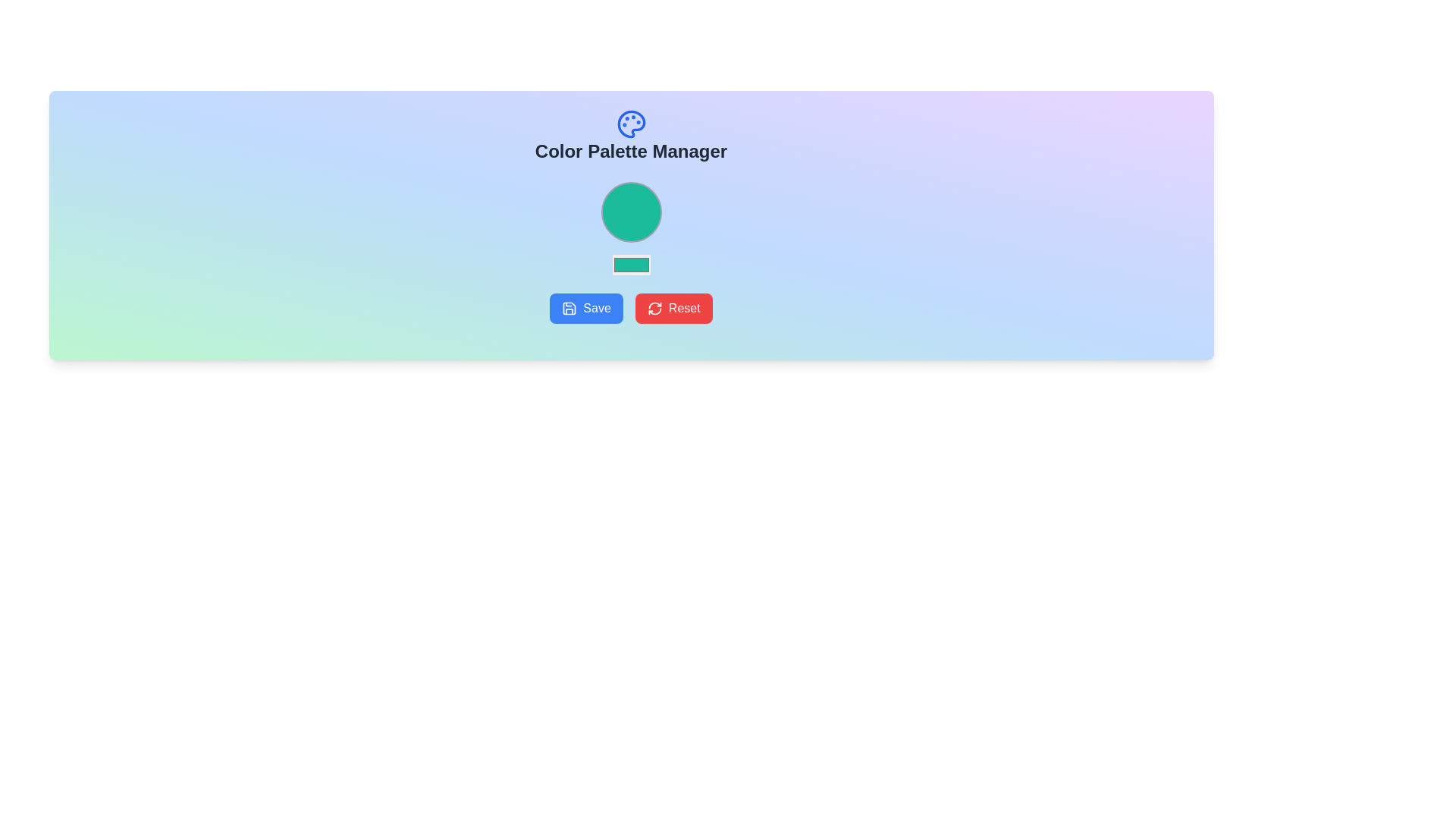 The image size is (1456, 819). What do you see at coordinates (631, 124) in the screenshot?
I see `the blue palette-shaped icon located at the top center of the interface, above the 'Color Palette Manager' text` at bounding box center [631, 124].